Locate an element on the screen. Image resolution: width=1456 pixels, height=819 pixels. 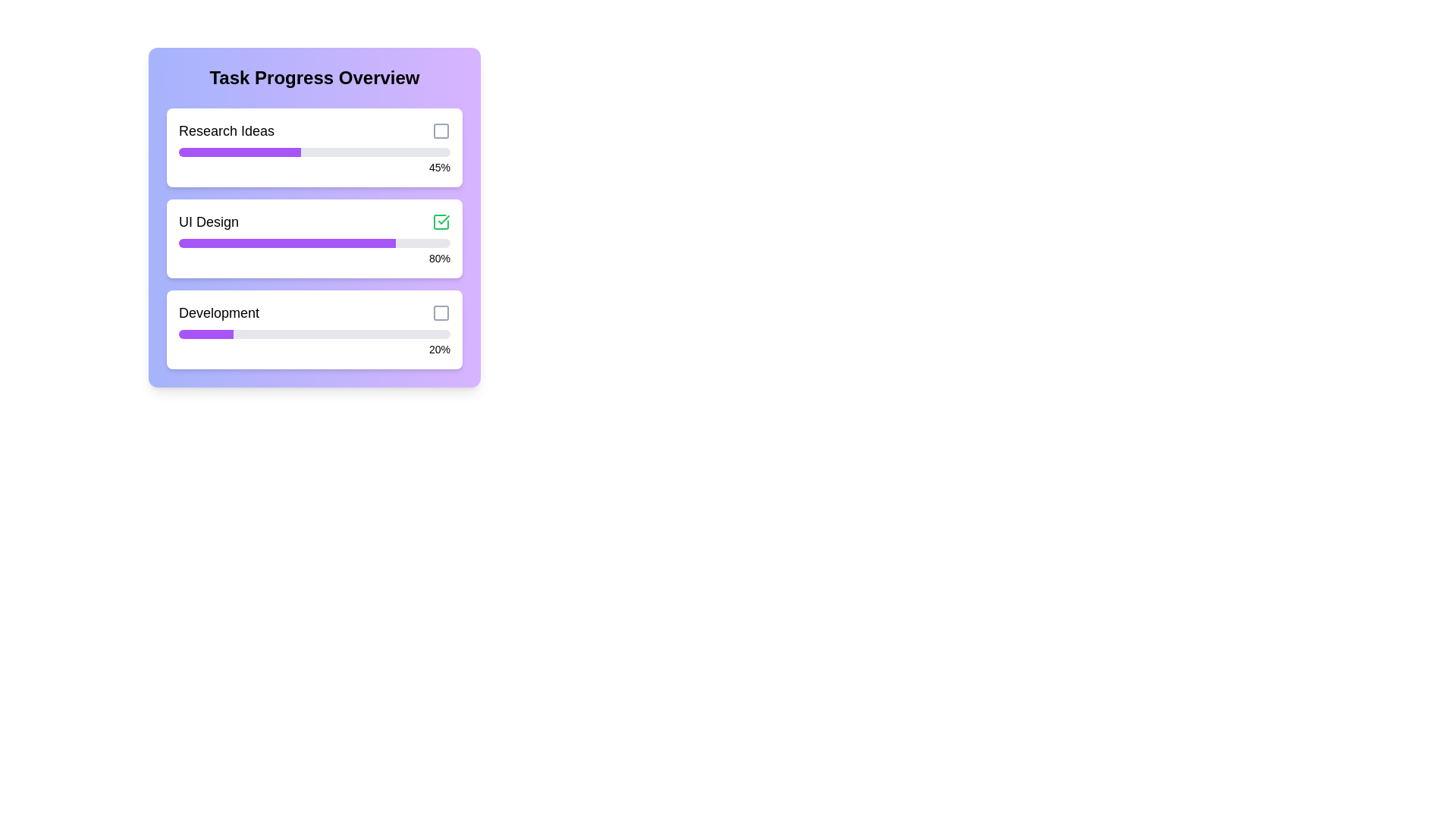
the purple progress indicator within the 'Research Ideas' progress bar in the 'Task Progress Overview' interface is located at coordinates (239, 152).